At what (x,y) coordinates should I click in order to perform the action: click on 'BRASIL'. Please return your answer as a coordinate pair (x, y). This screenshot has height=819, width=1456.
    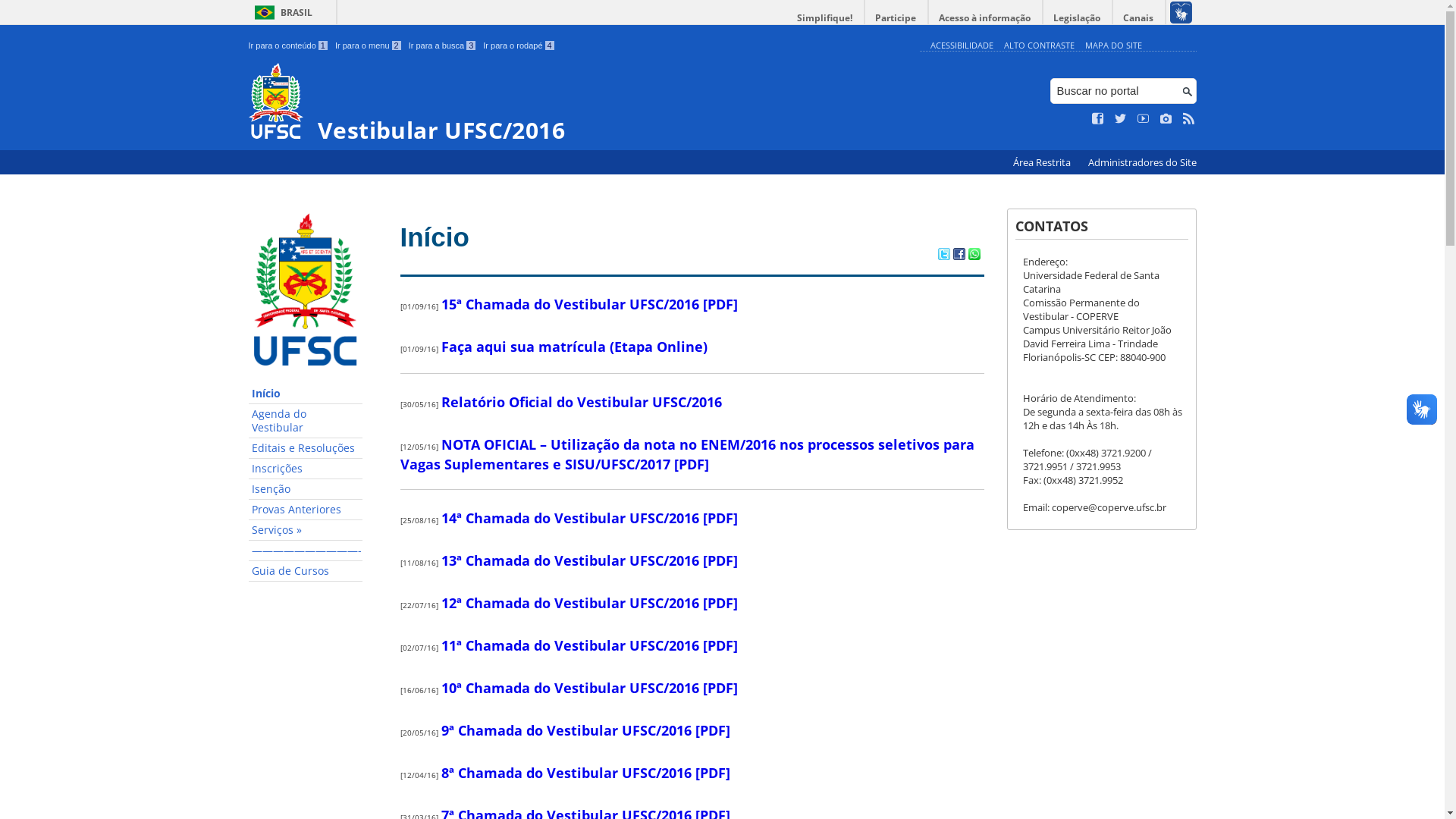
    Looking at the image, I should click on (281, 12).